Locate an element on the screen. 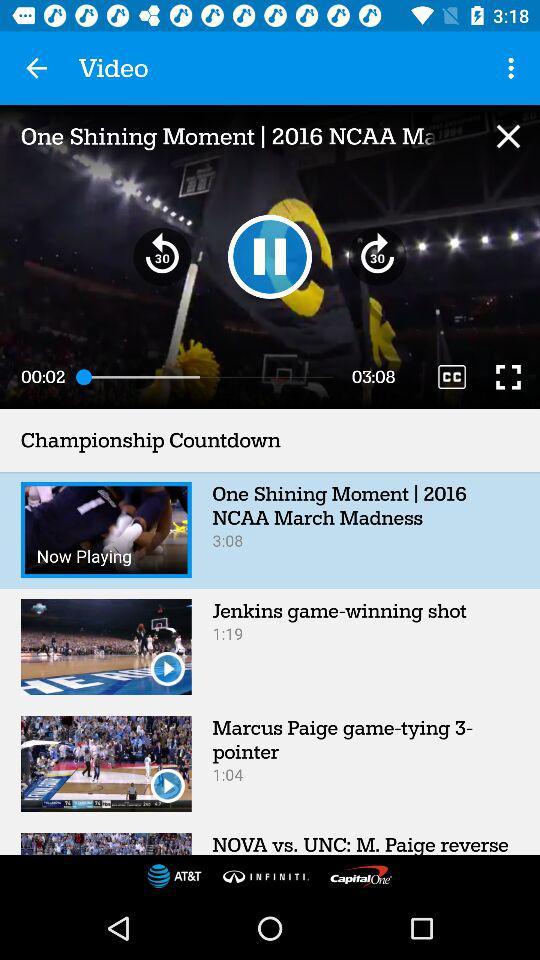  make screen wider while video is playing is located at coordinates (508, 376).